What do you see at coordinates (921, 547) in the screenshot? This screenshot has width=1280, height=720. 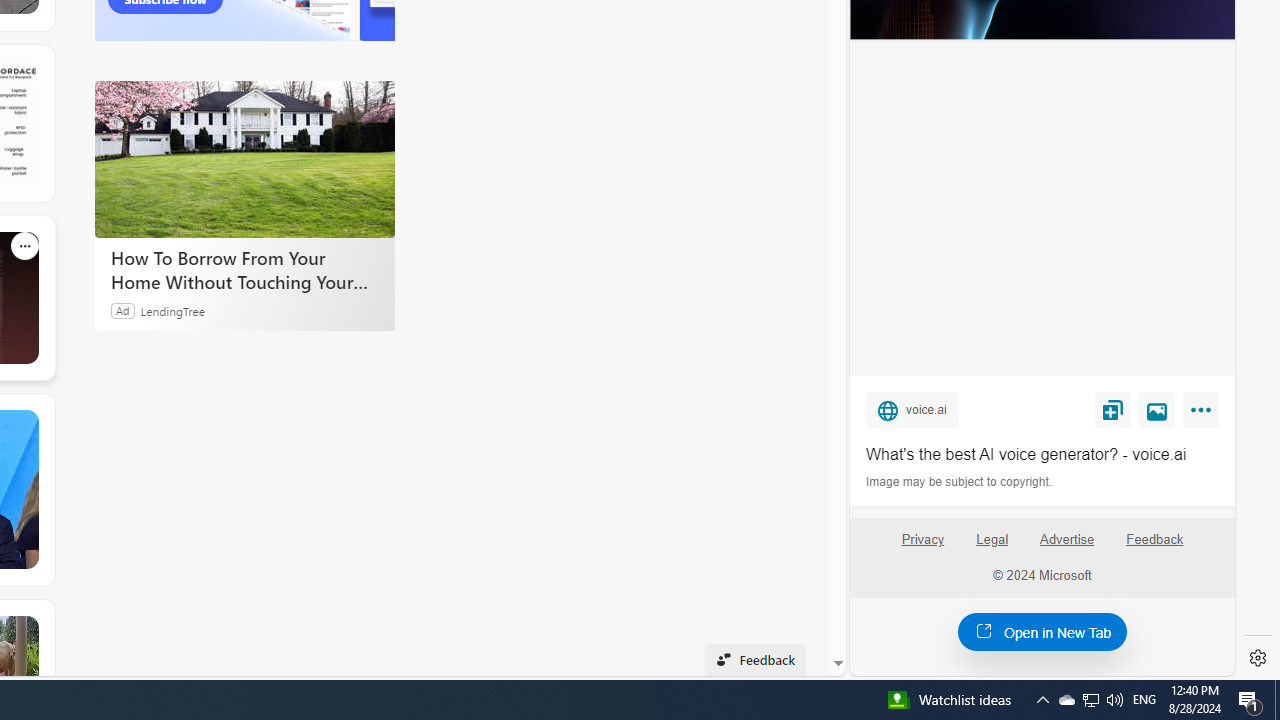 I see `'Privacy'` at bounding box center [921, 547].